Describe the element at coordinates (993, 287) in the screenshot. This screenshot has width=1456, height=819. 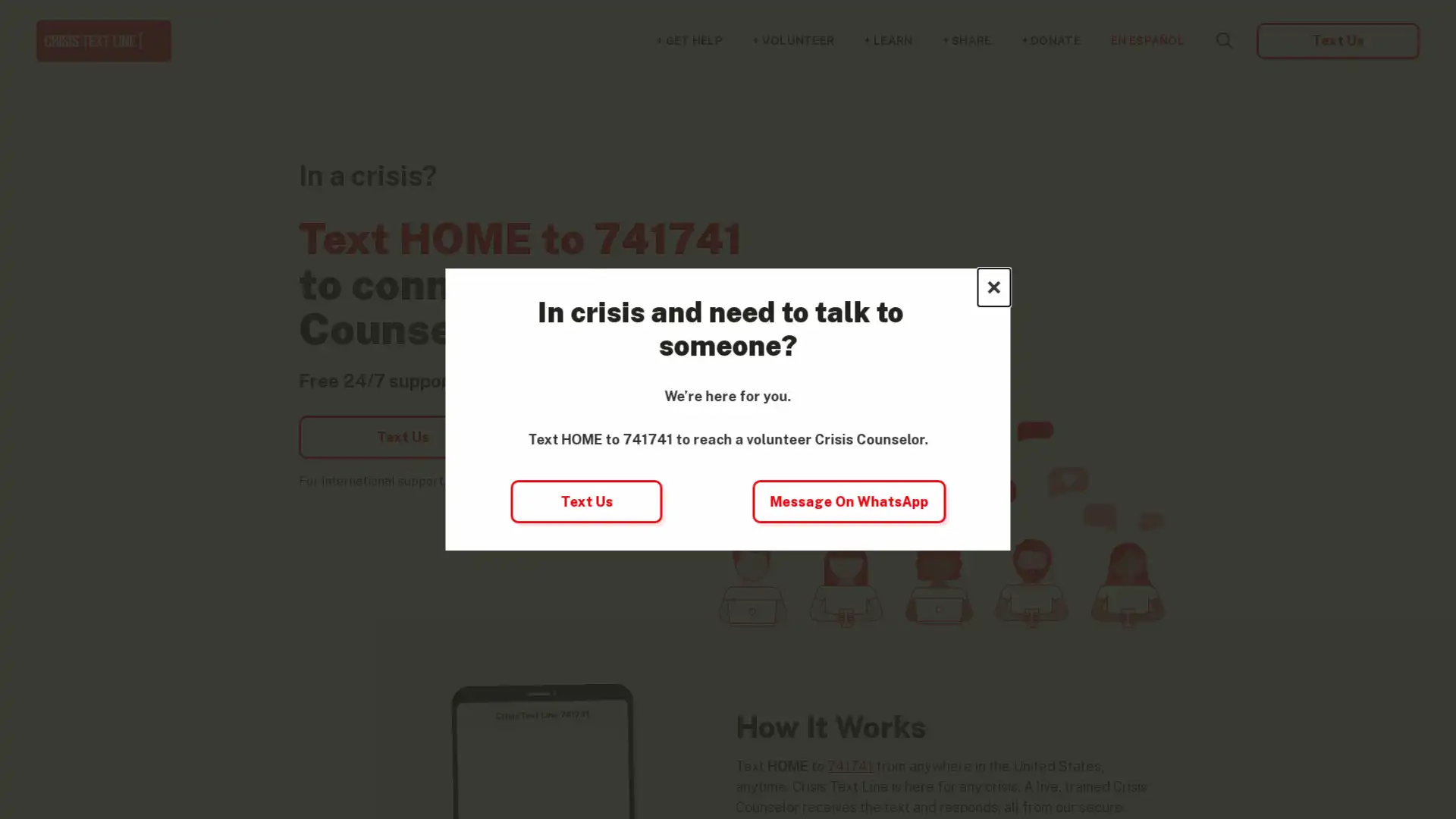
I see `Close this dialog window` at that location.